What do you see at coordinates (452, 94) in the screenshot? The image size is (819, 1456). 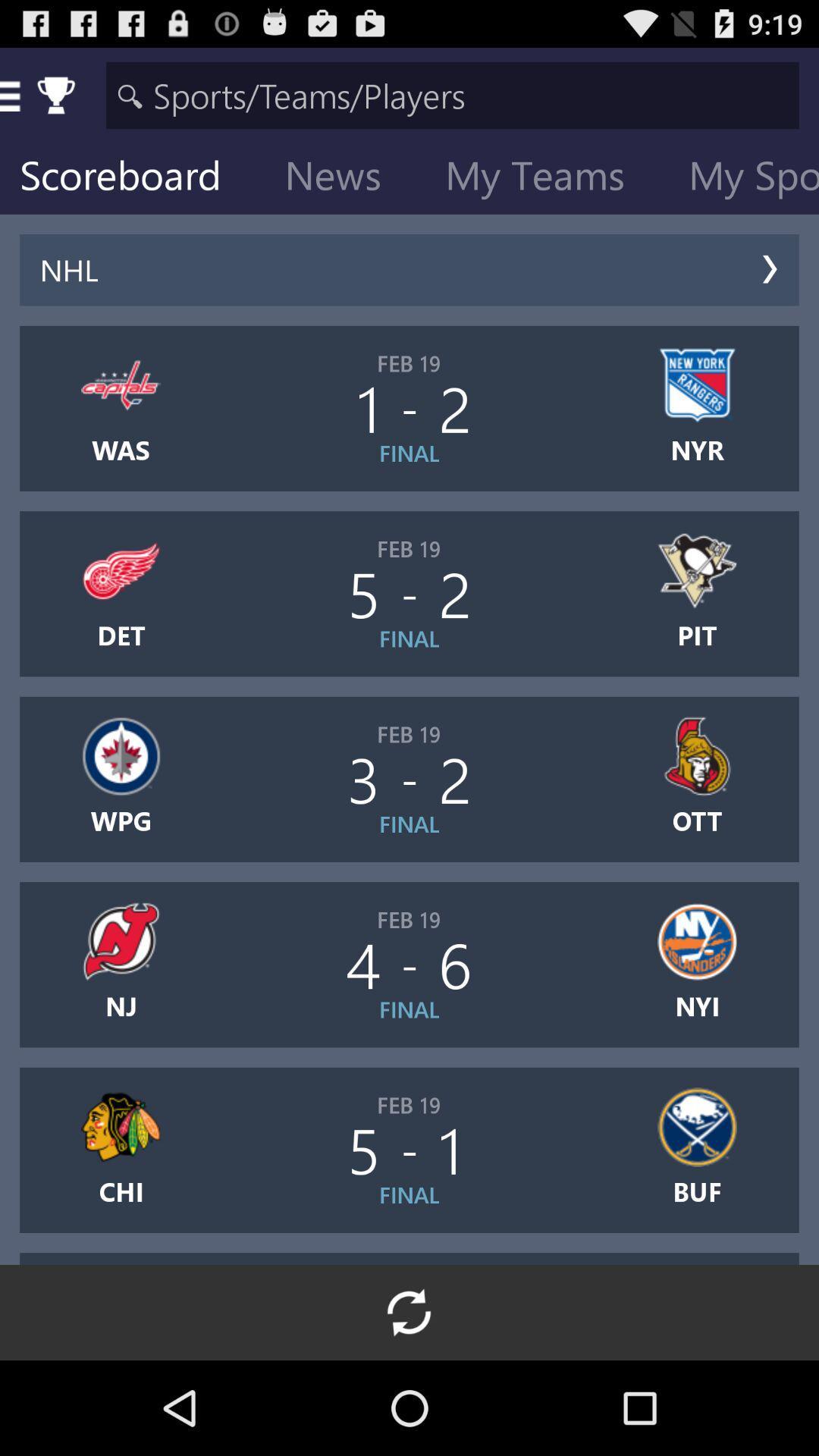 I see `research field` at bounding box center [452, 94].